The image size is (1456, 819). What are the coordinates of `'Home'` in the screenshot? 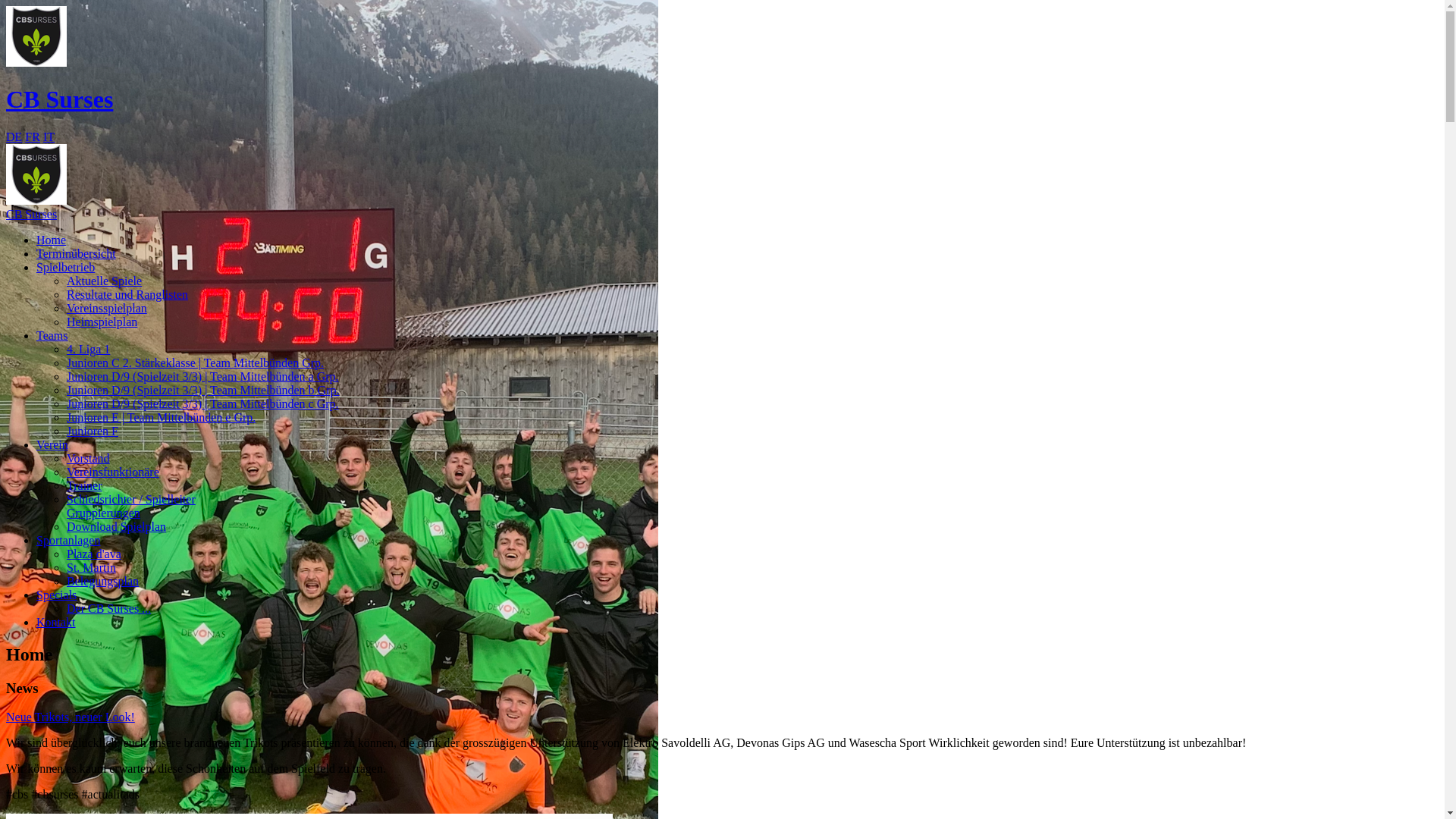 It's located at (51, 239).